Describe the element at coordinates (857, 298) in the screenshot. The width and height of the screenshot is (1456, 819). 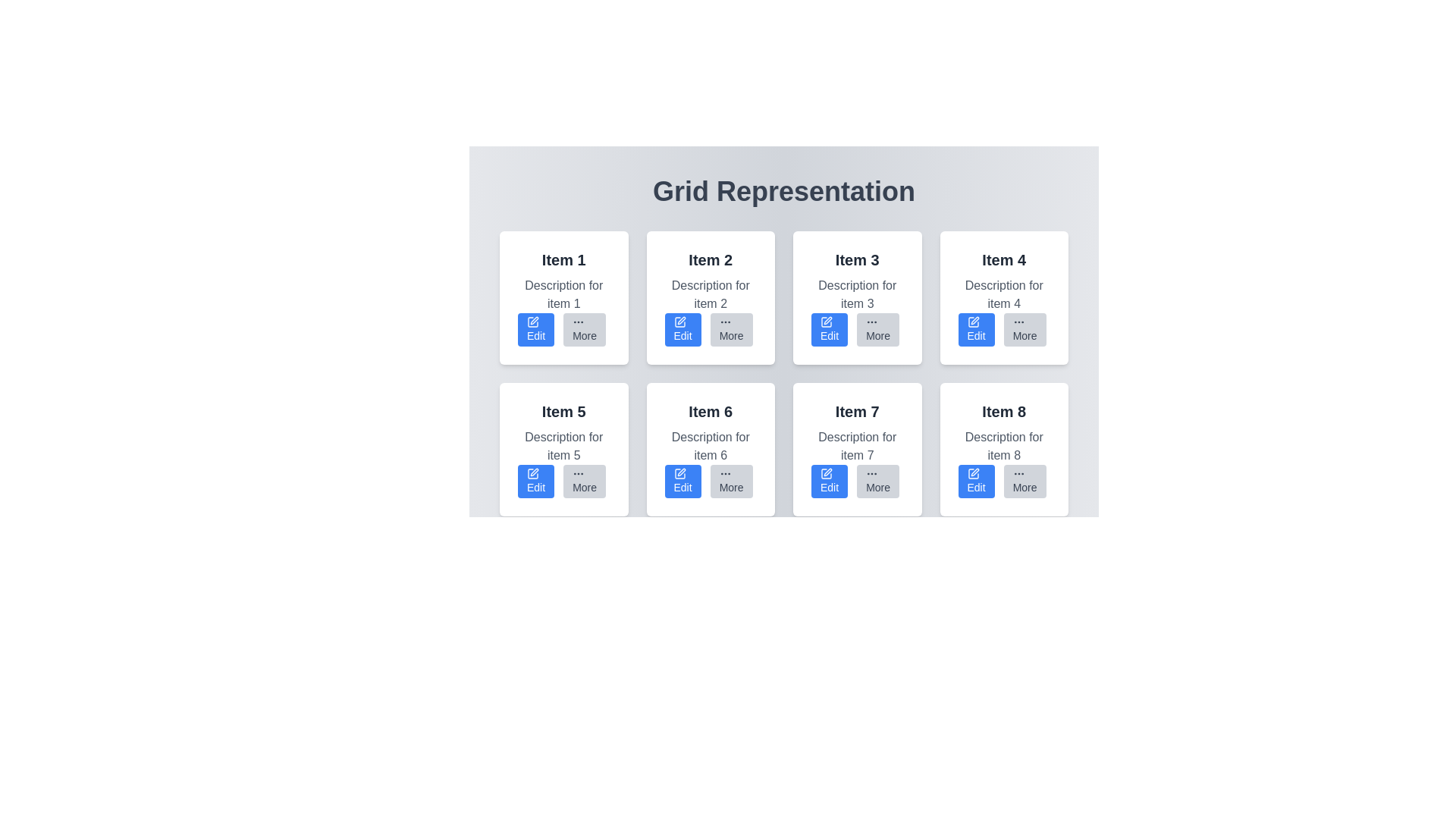
I see `the interactive card that contains 'Item 3' and its description, located in the first row and third column of the grid` at that location.